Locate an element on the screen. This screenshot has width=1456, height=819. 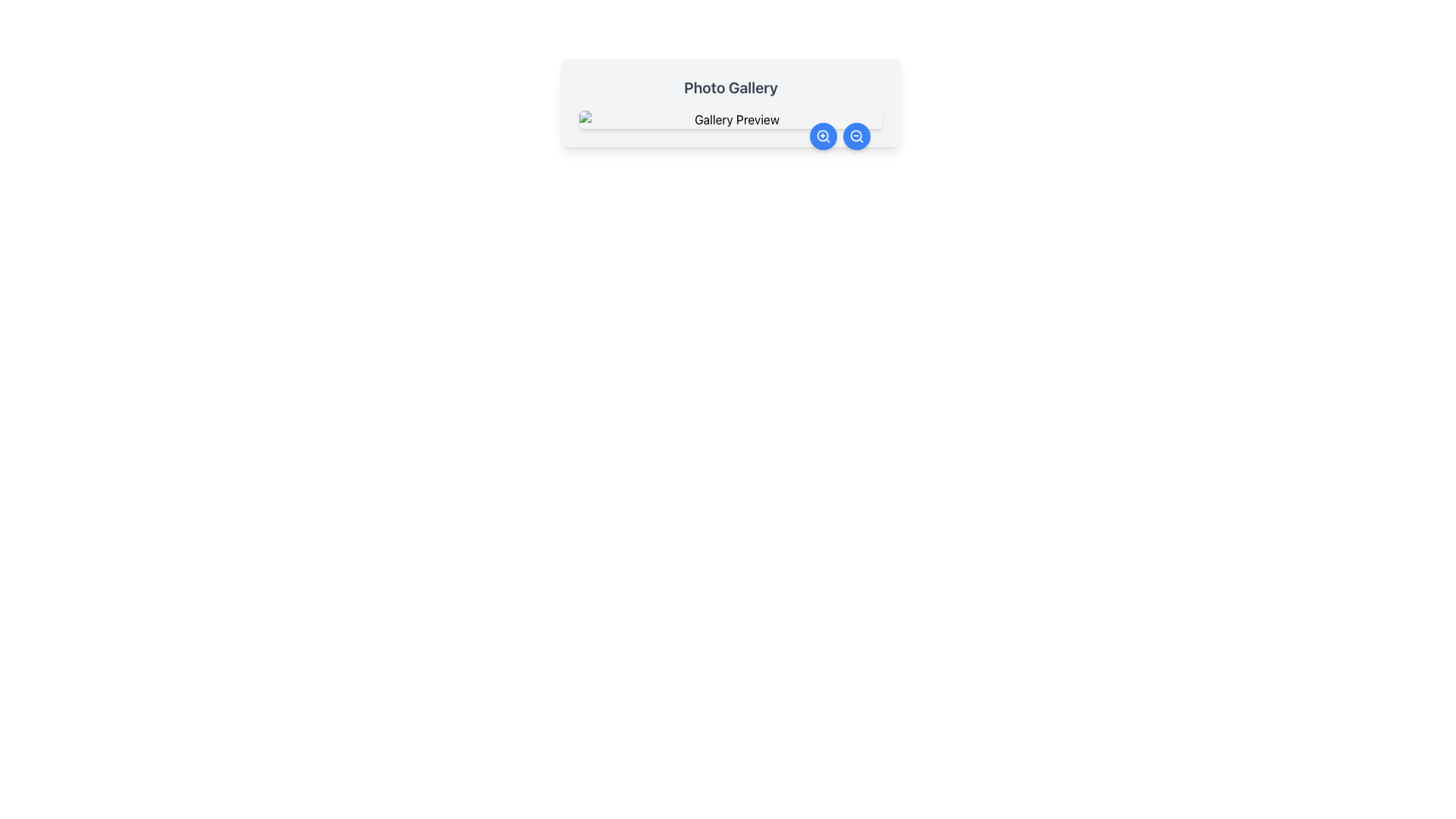
the circular '+' icon inside a magnifying glass with a blue background located in the 'Photo Gallery' section to zoom in is located at coordinates (822, 136).